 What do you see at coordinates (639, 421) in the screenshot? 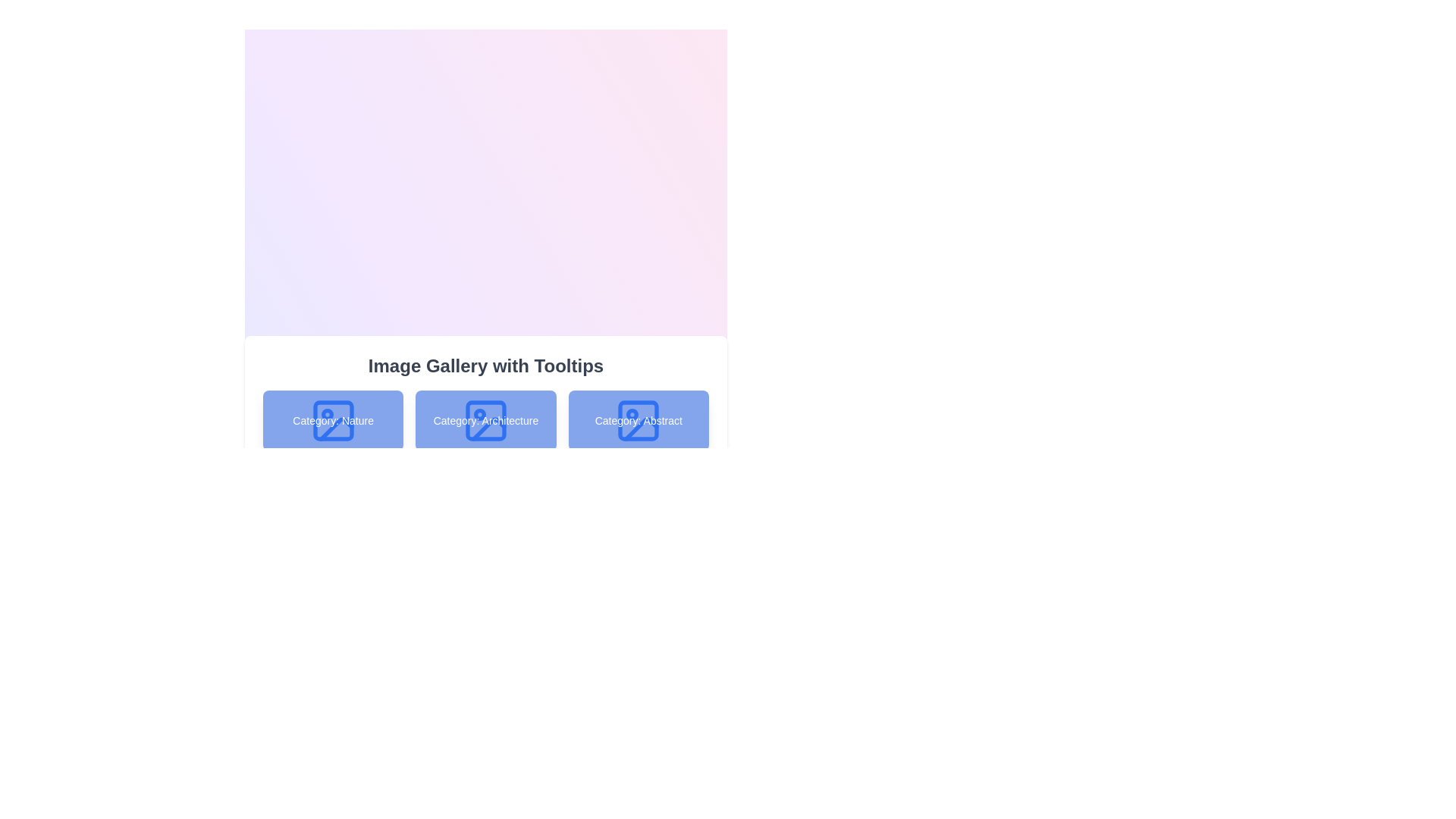
I see `the decorative icon representing the 'Abstract' category, located centrally within the third button from the left in the bottom section of the interface` at bounding box center [639, 421].